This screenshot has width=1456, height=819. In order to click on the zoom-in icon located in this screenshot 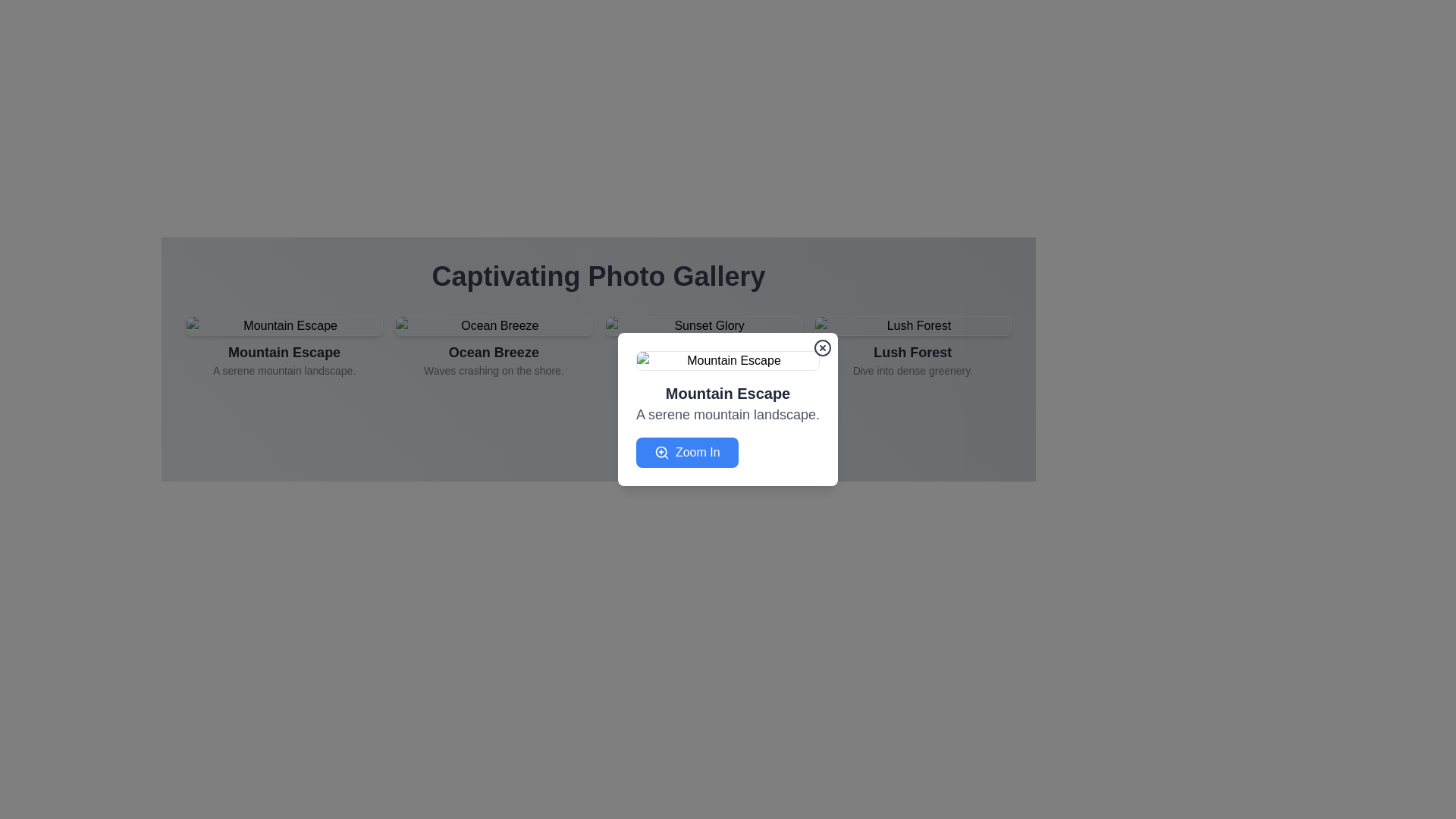, I will do `click(661, 452)`.